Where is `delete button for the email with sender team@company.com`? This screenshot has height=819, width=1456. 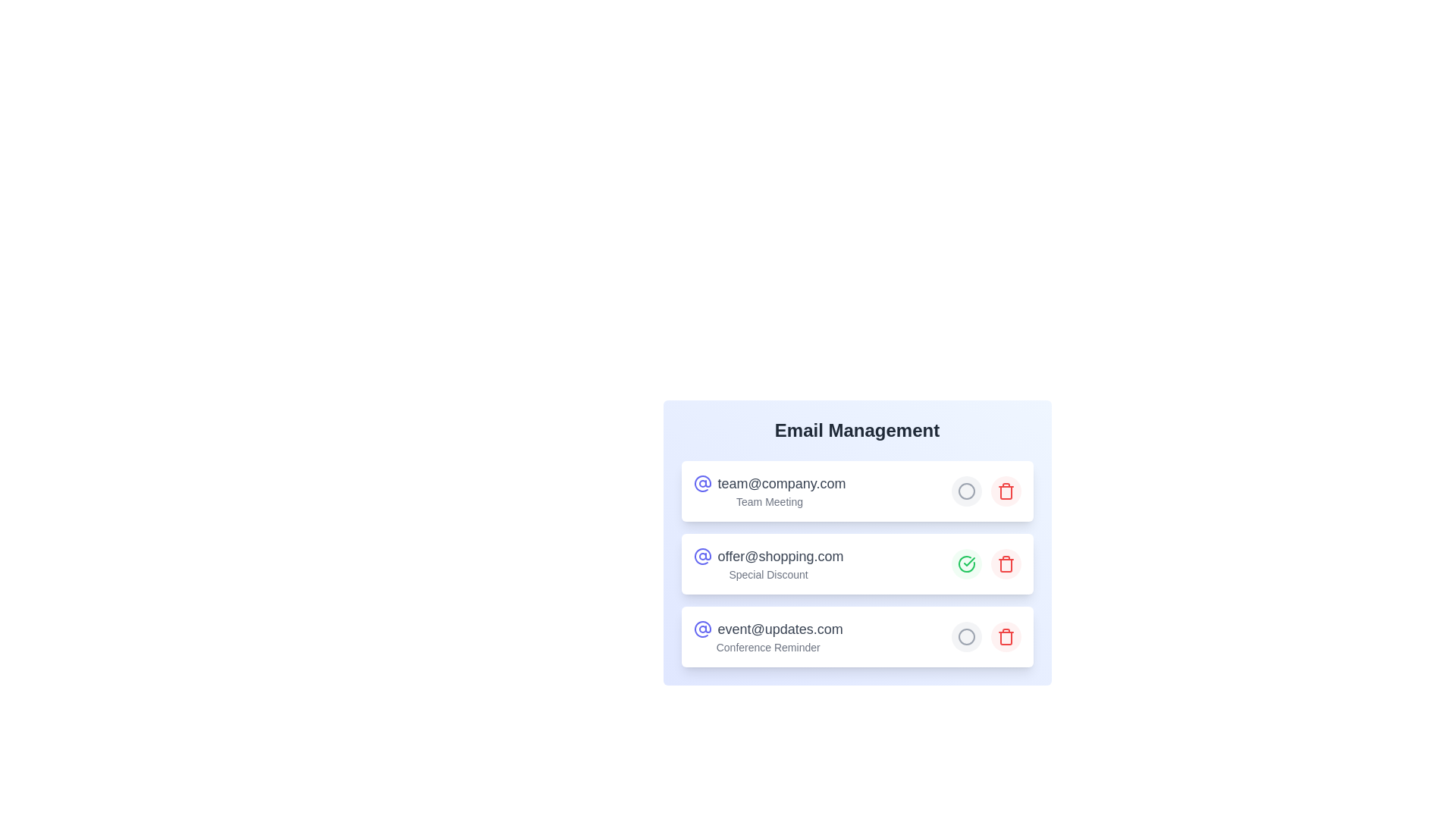
delete button for the email with sender team@company.com is located at coordinates (1006, 491).